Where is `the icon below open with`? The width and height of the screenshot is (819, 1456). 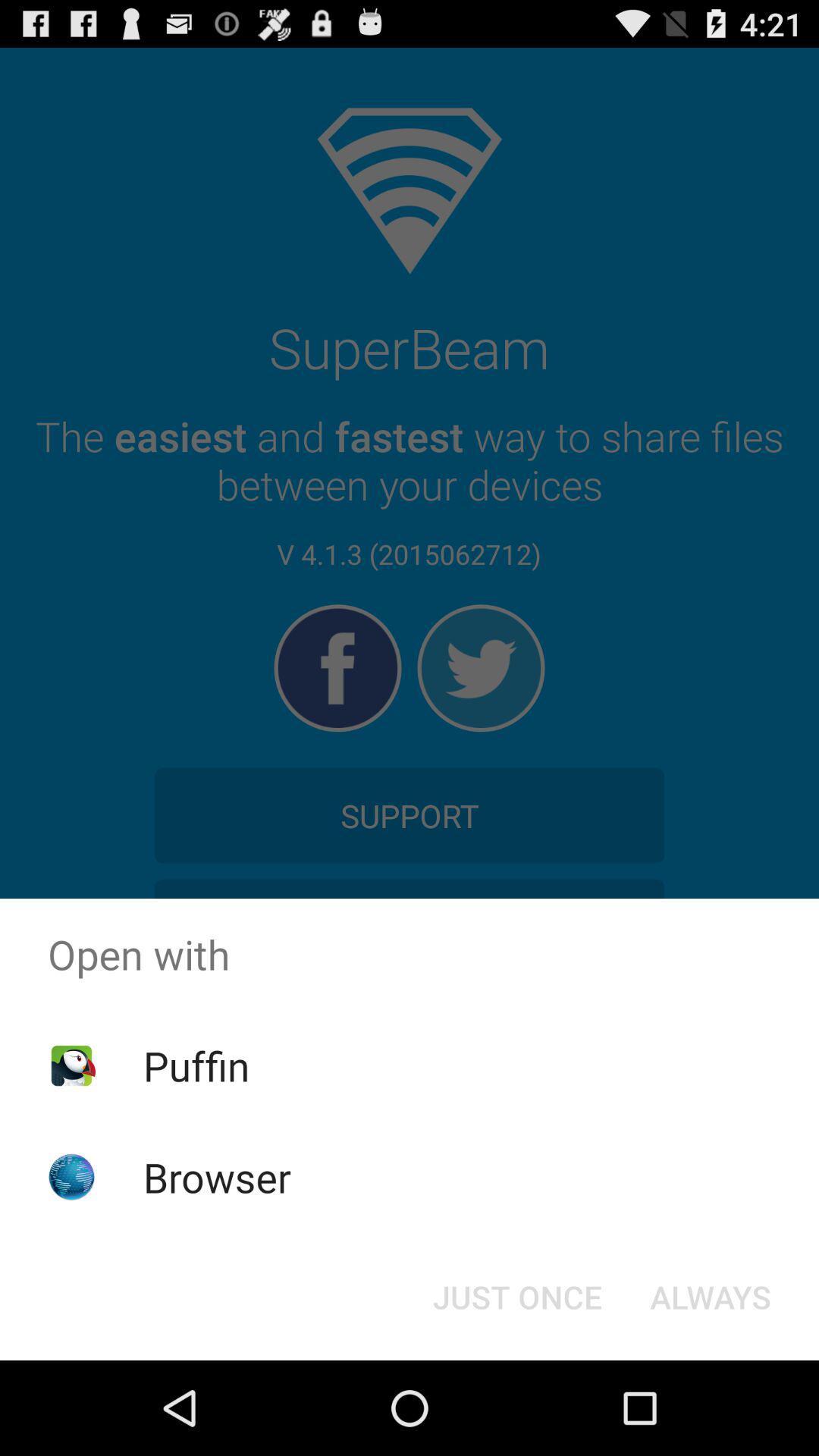 the icon below open with is located at coordinates (516, 1295).